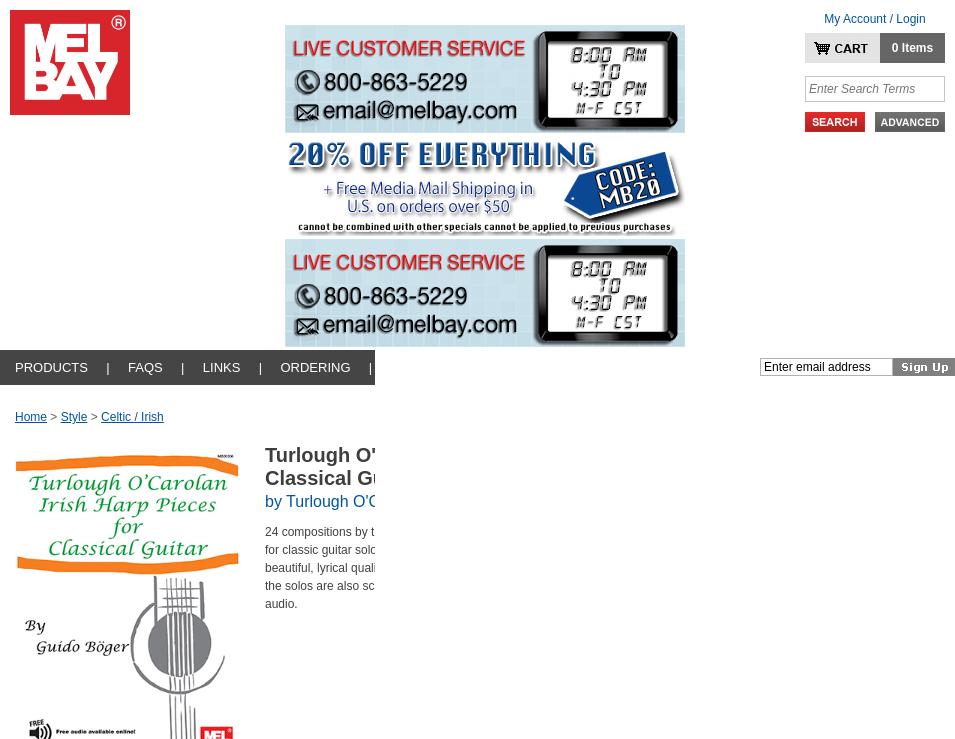 The width and height of the screenshot is (955, 739). What do you see at coordinates (220, 366) in the screenshot?
I see `'LINKS'` at bounding box center [220, 366].